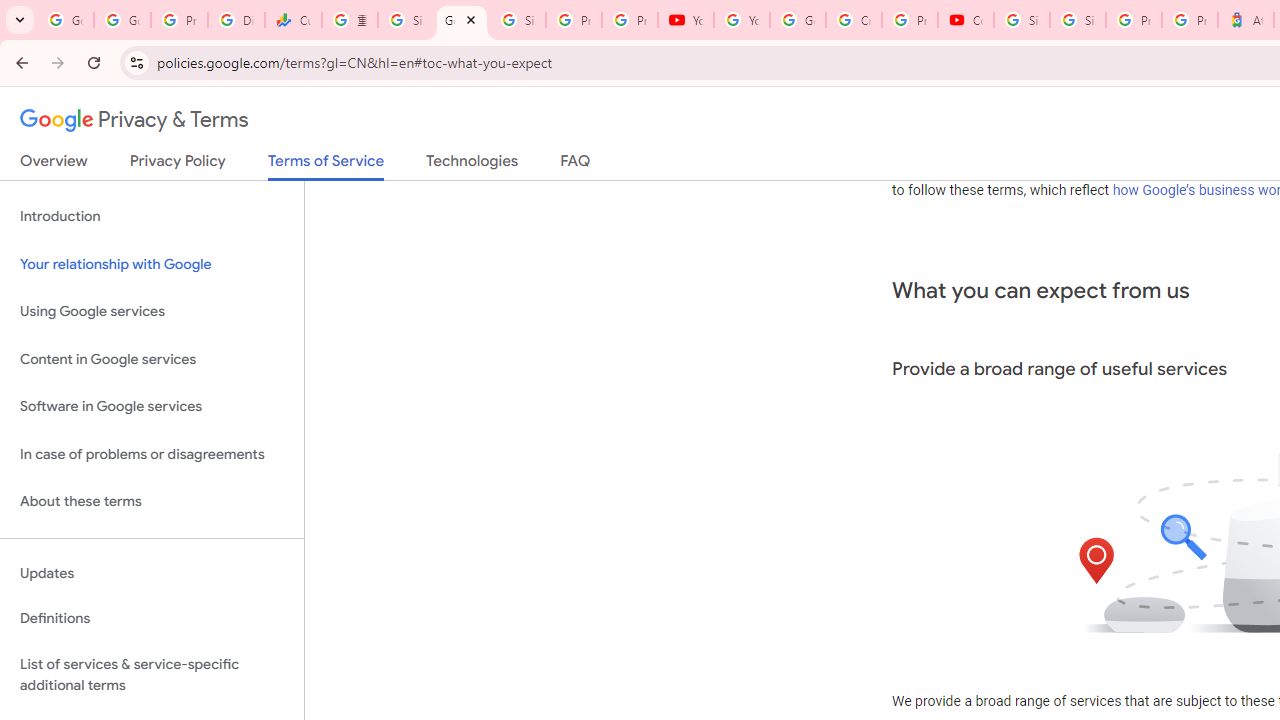 This screenshot has height=720, width=1280. Describe the element at coordinates (151, 312) in the screenshot. I see `'Using Google services'` at that location.